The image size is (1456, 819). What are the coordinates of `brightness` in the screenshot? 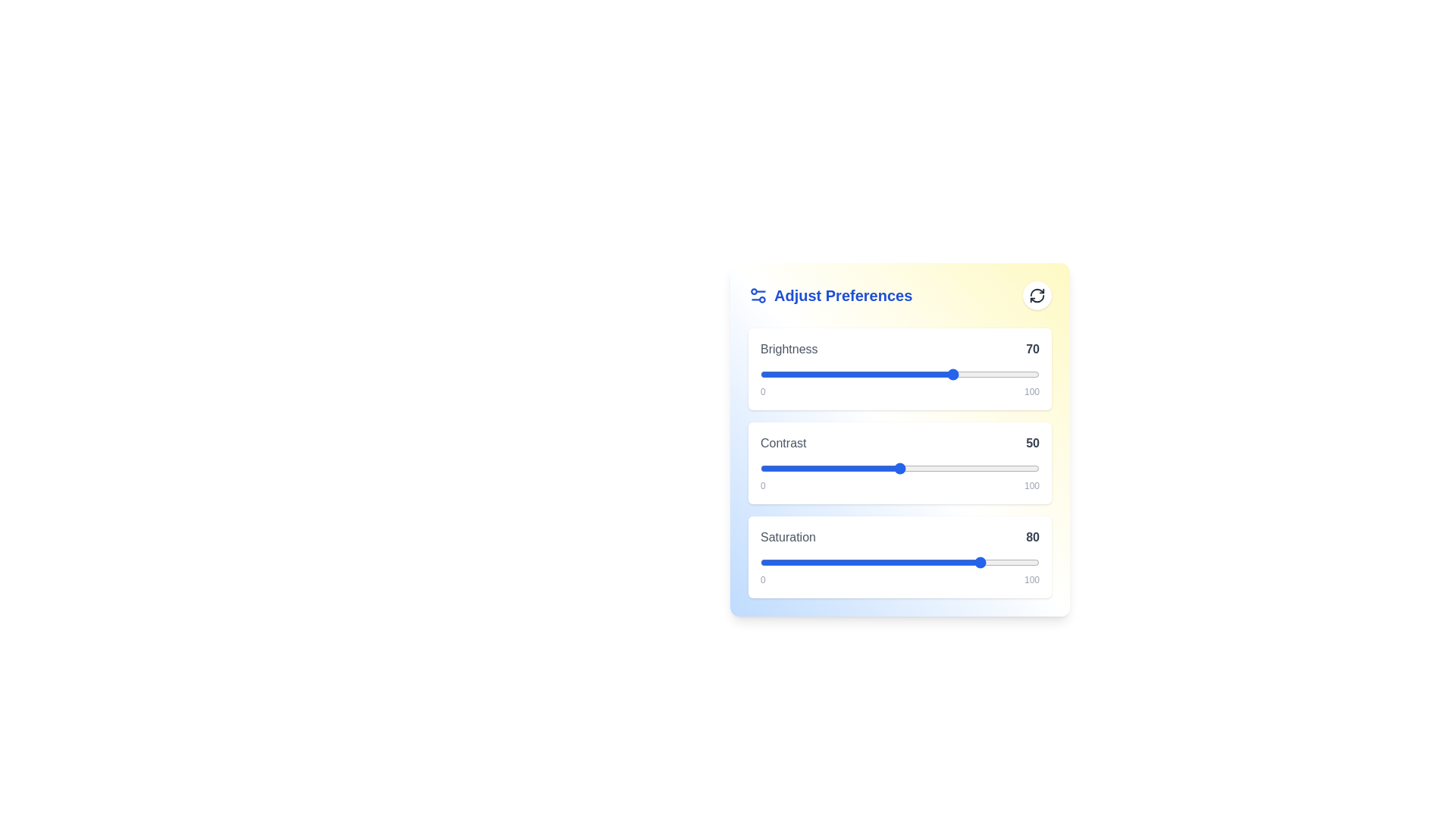 It's located at (832, 374).